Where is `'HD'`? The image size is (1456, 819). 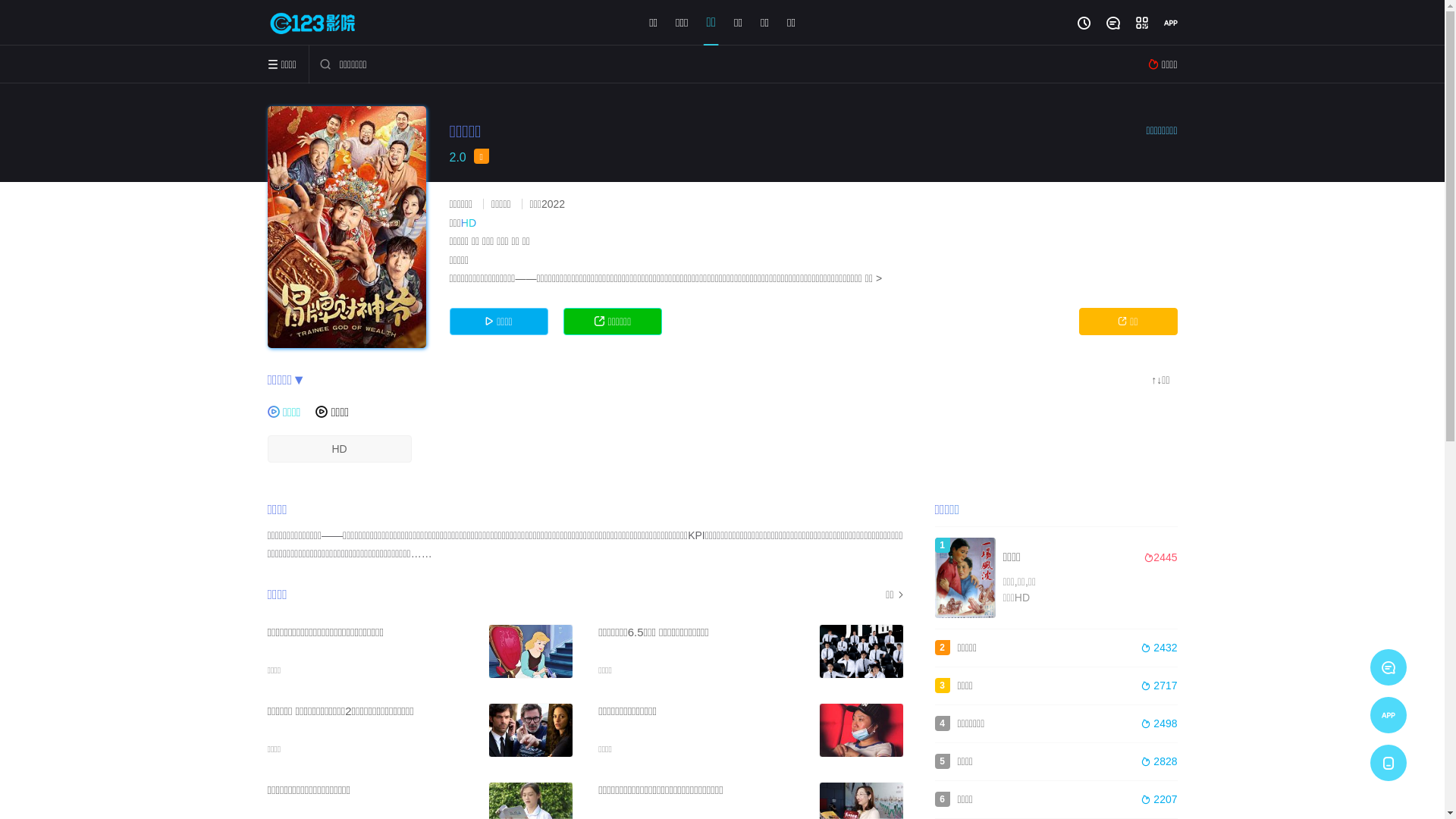
'HD' is located at coordinates (337, 447).